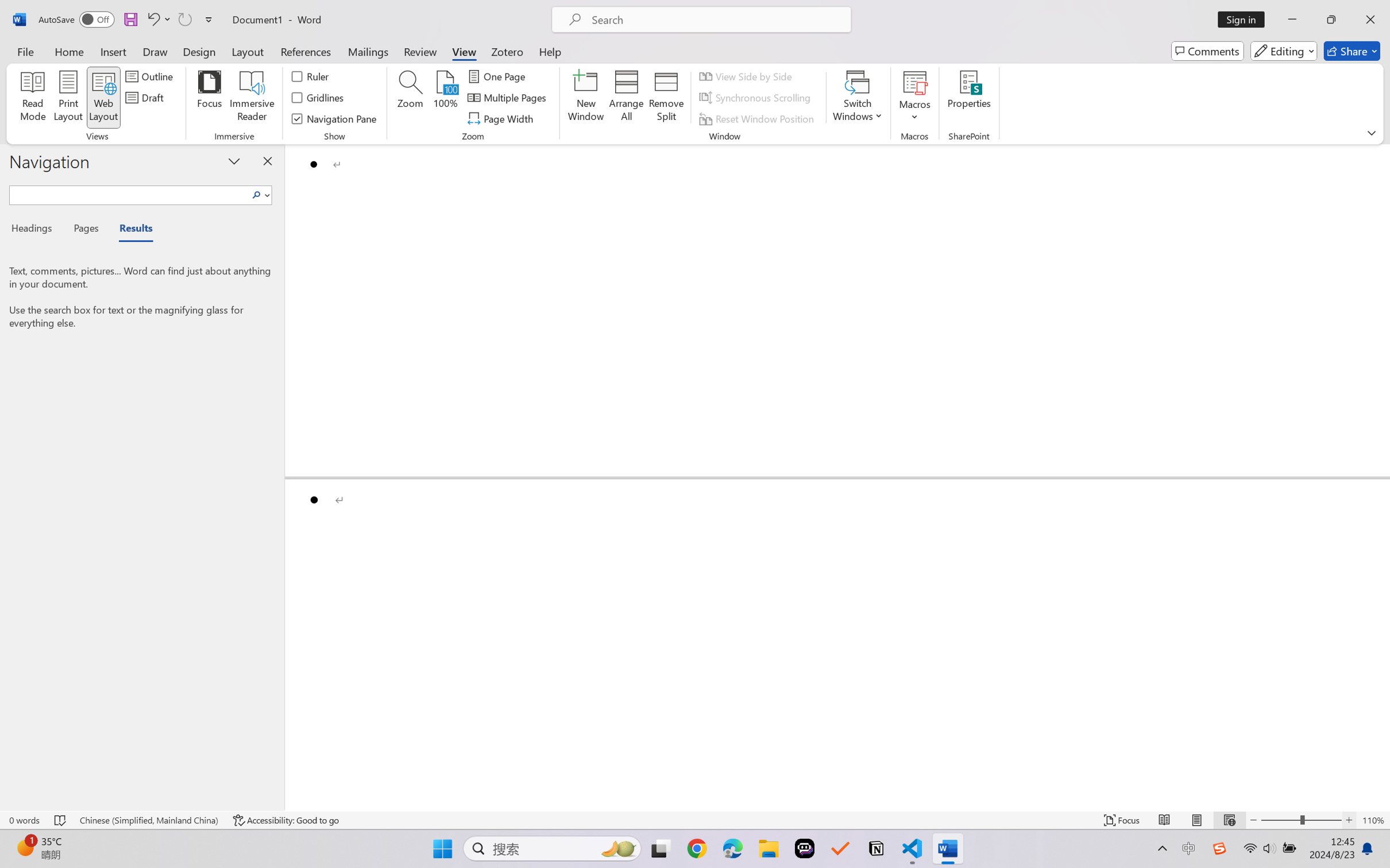  What do you see at coordinates (152, 19) in the screenshot?
I see `'Undo Bullet Default'` at bounding box center [152, 19].